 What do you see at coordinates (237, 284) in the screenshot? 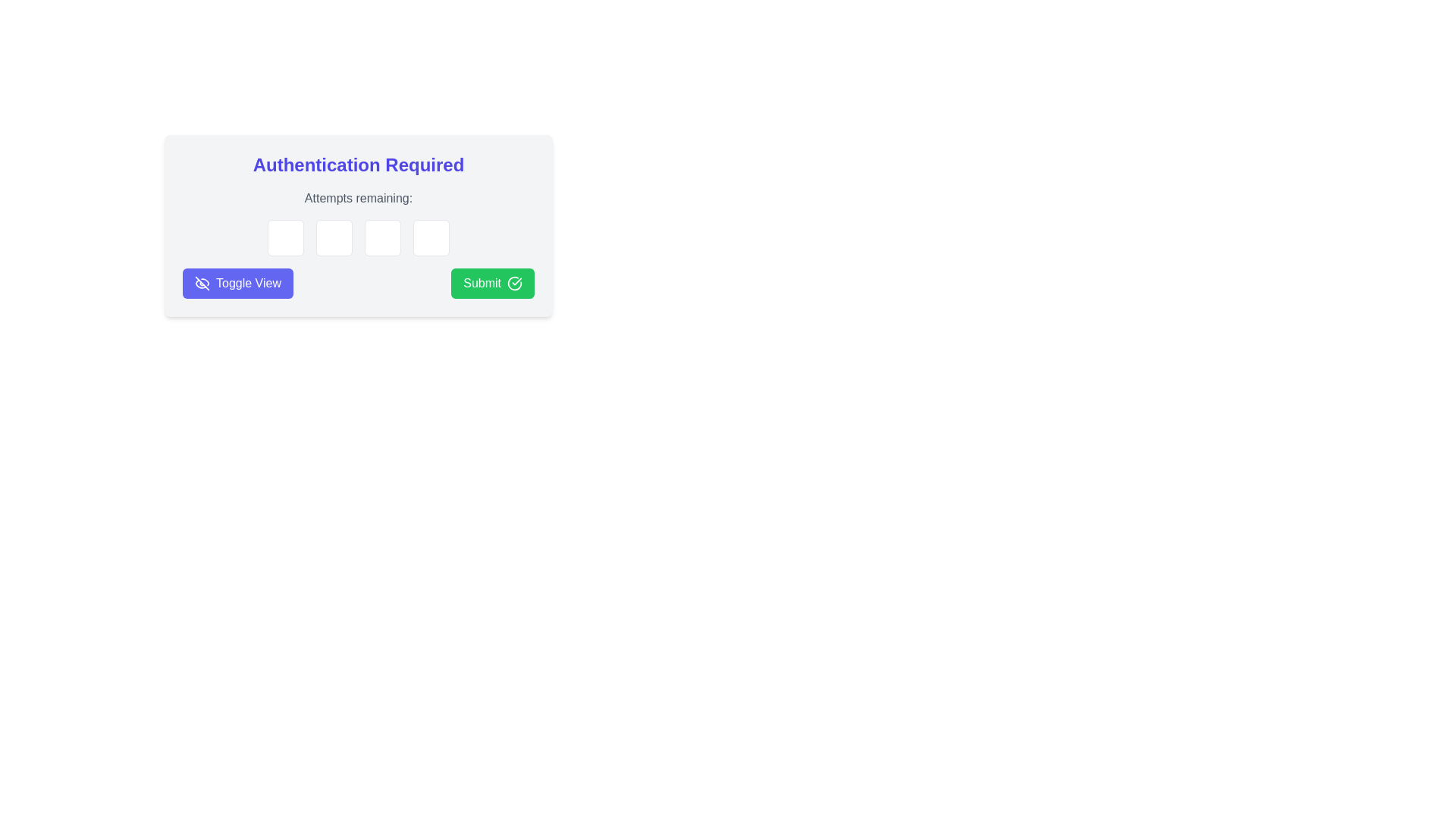
I see `the leftmost rounded rectangular button with a purple background and white text reading 'Toggle View'` at bounding box center [237, 284].